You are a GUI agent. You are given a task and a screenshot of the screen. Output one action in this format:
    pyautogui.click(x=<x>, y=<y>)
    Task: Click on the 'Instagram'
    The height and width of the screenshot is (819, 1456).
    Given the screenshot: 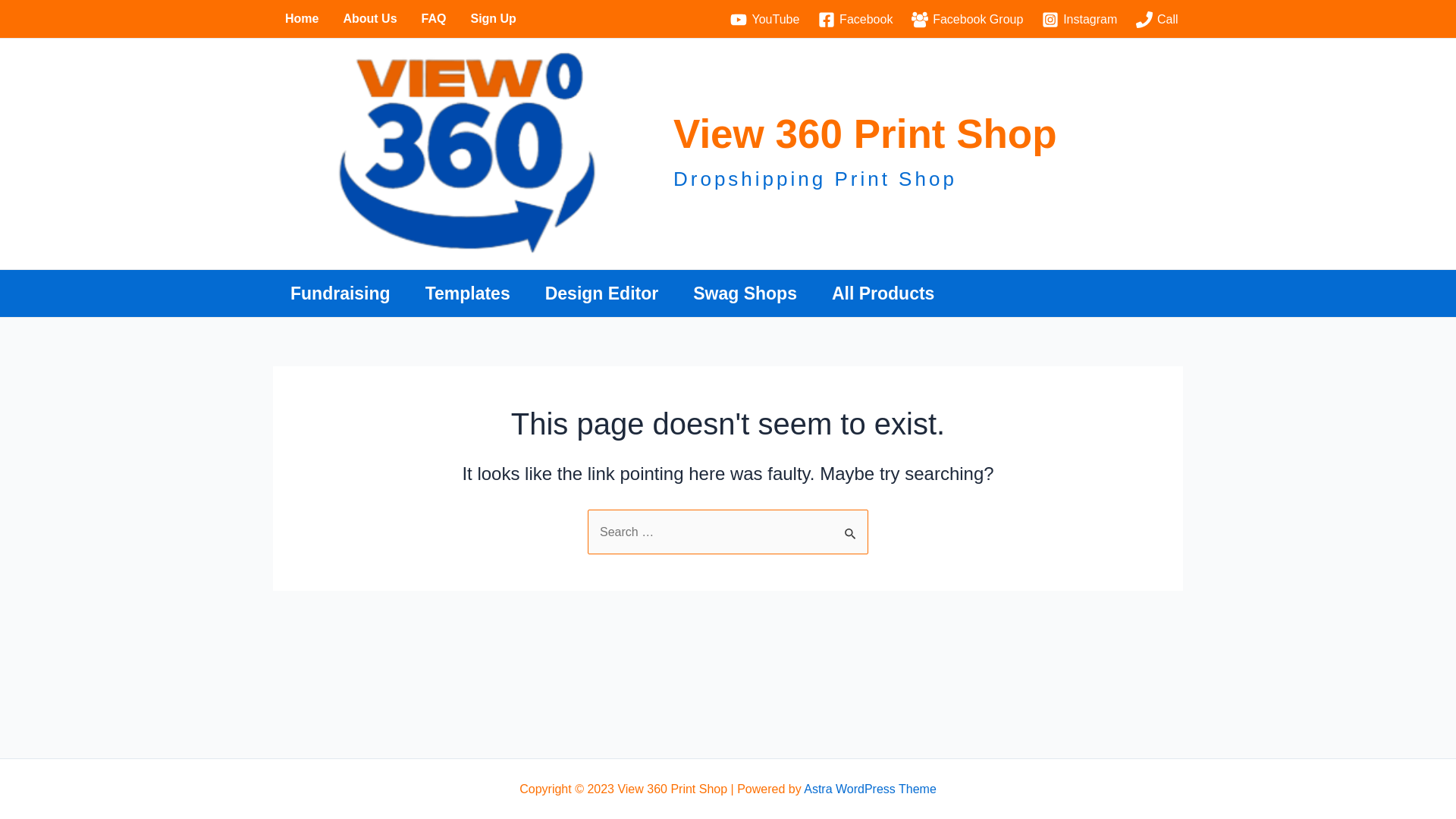 What is the action you would take?
    pyautogui.click(x=1079, y=20)
    